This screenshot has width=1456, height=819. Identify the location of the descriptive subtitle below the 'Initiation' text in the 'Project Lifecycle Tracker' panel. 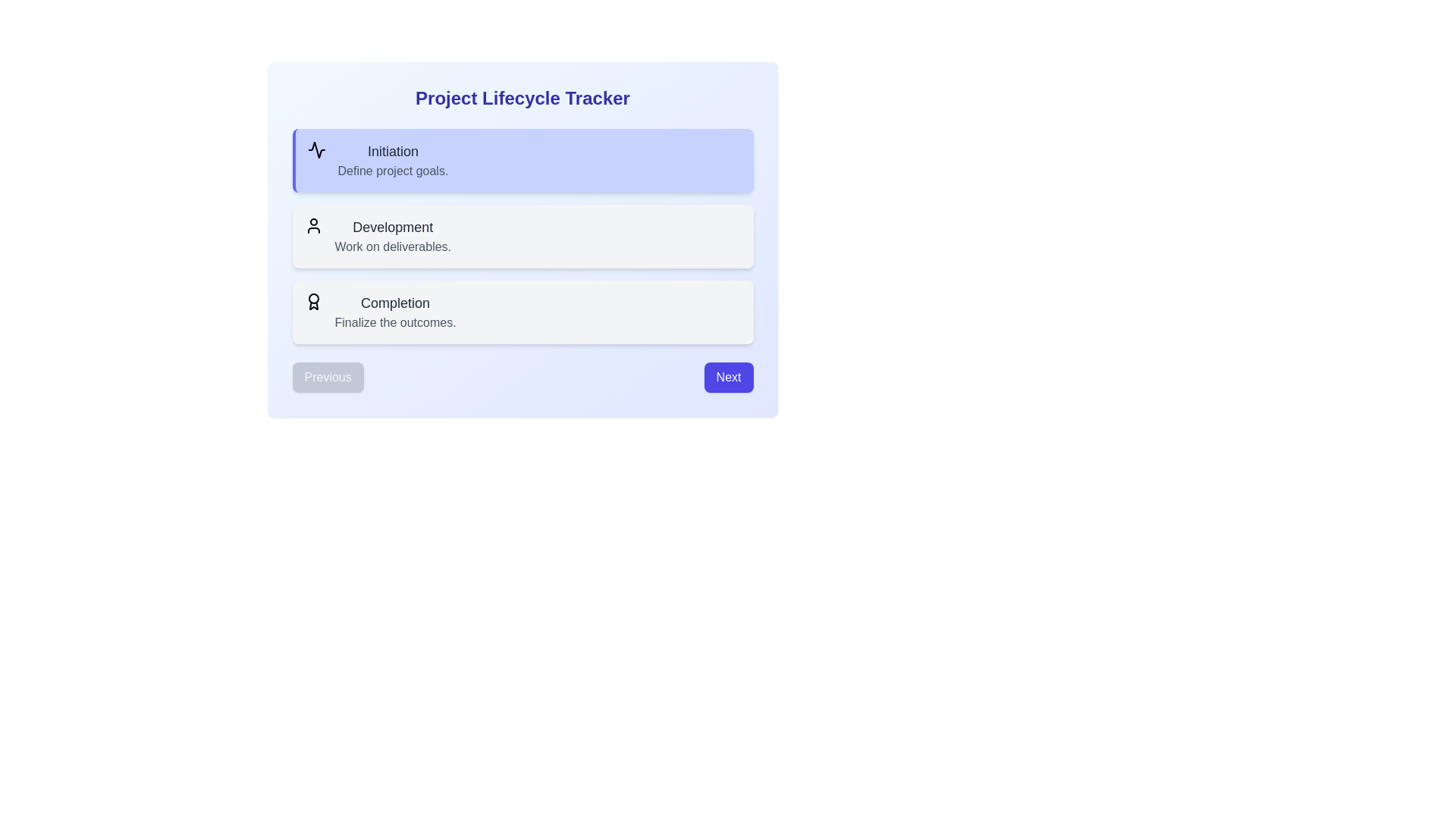
(393, 171).